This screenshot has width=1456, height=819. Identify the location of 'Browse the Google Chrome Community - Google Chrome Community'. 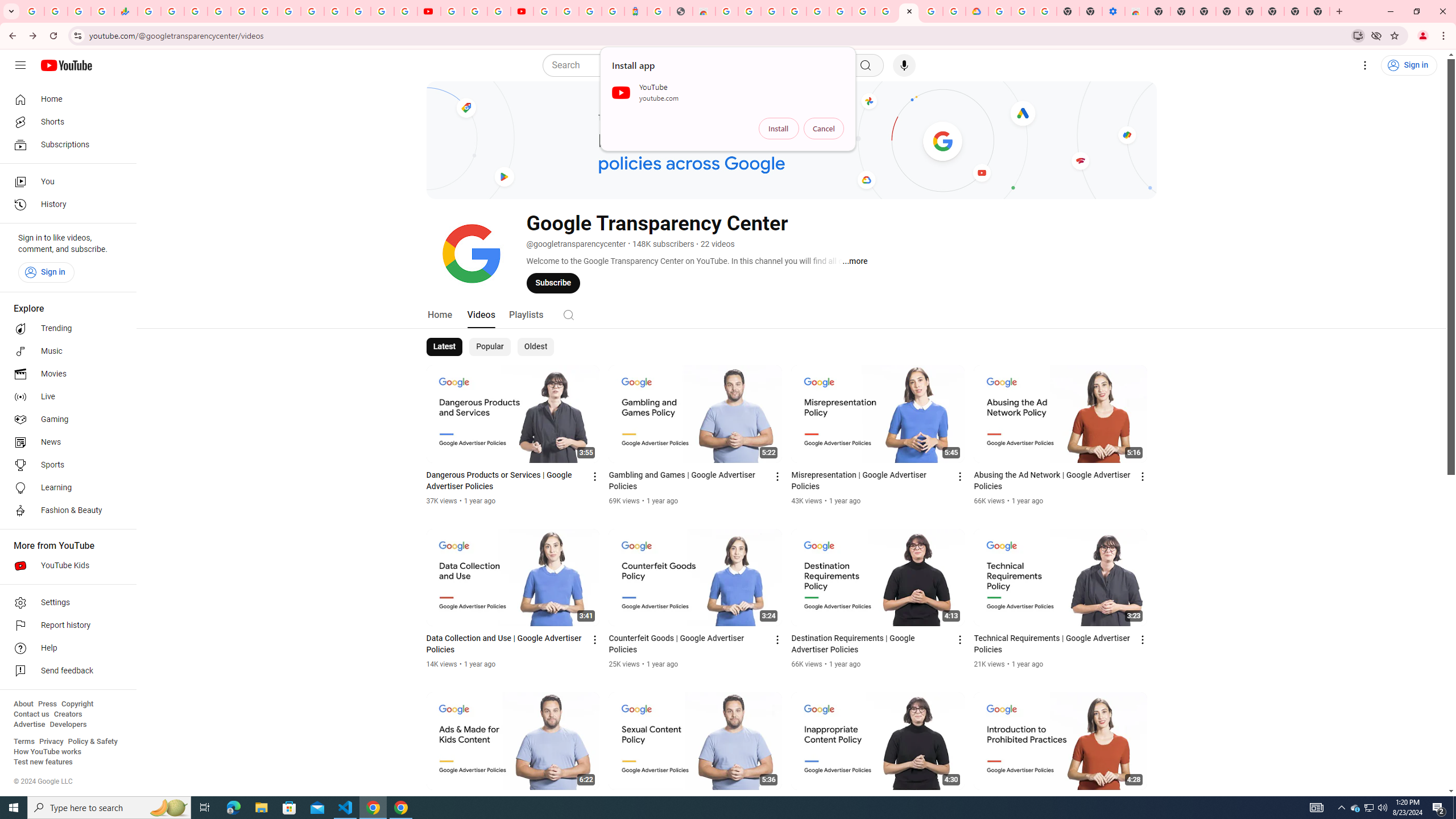
(954, 11).